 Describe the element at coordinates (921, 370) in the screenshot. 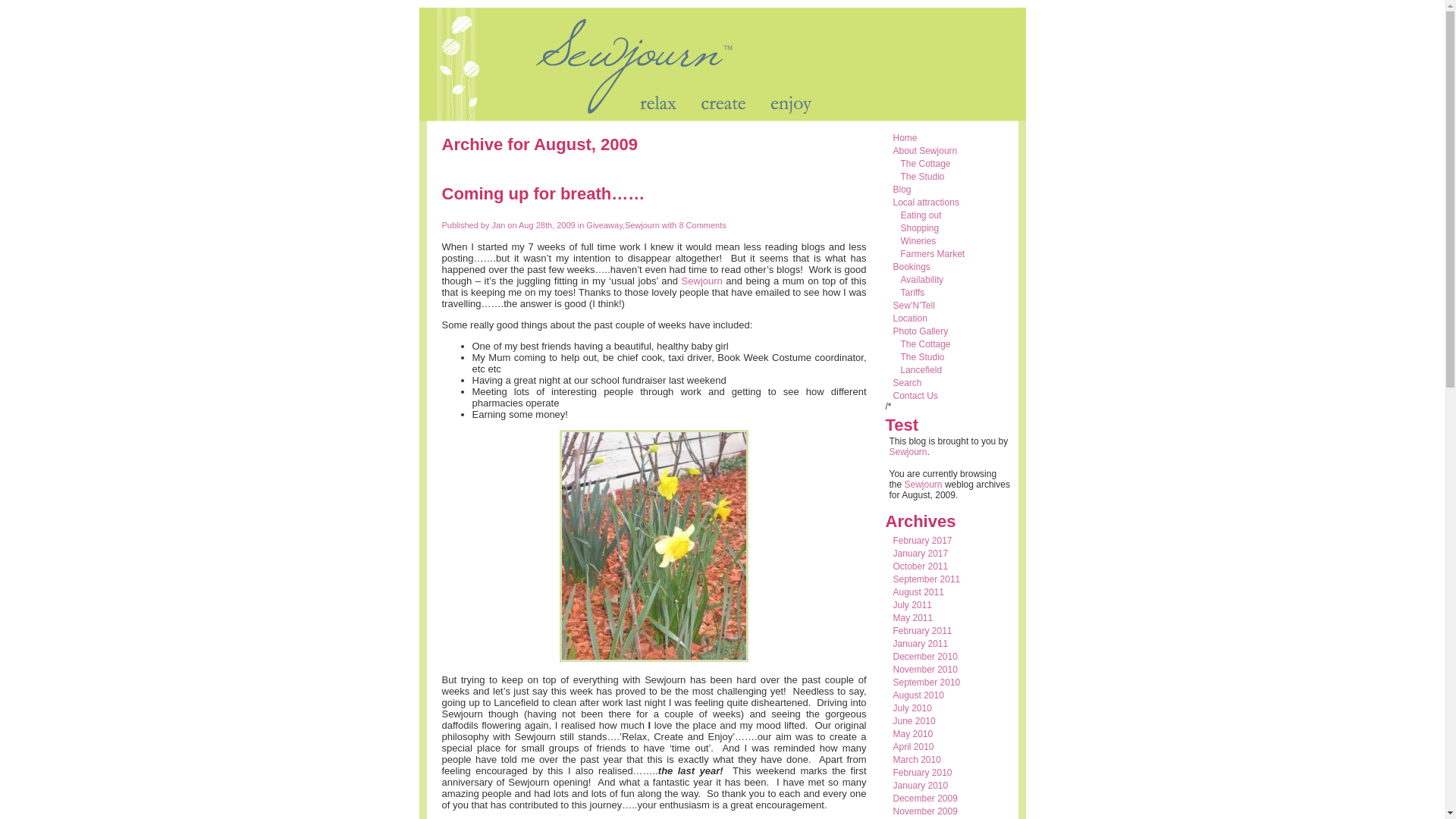

I see `'Lancefield'` at that location.